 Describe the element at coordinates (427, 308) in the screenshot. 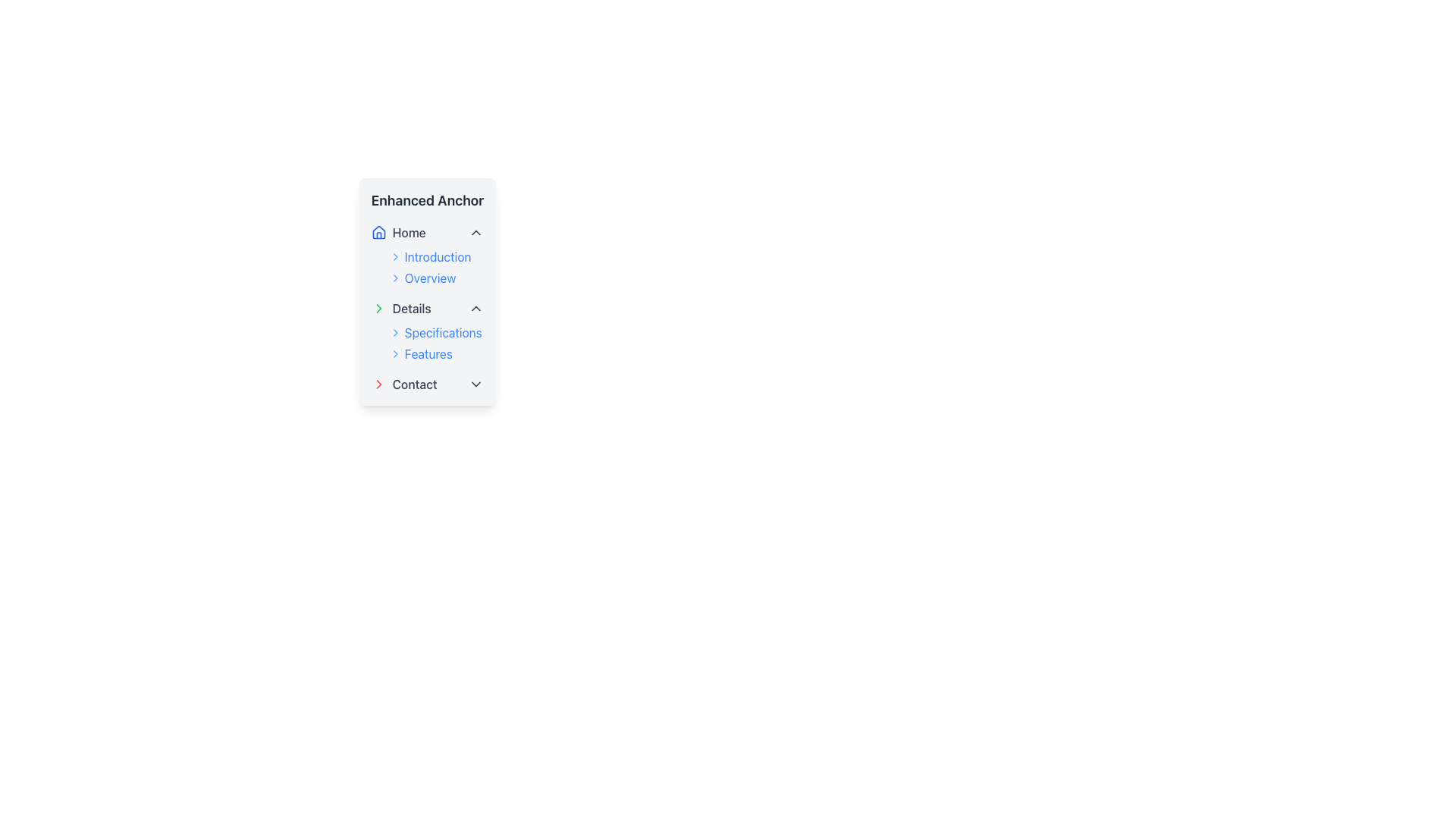

I see `the Collapsible Menu Header under the 'Enhanced Anchor' section` at that location.